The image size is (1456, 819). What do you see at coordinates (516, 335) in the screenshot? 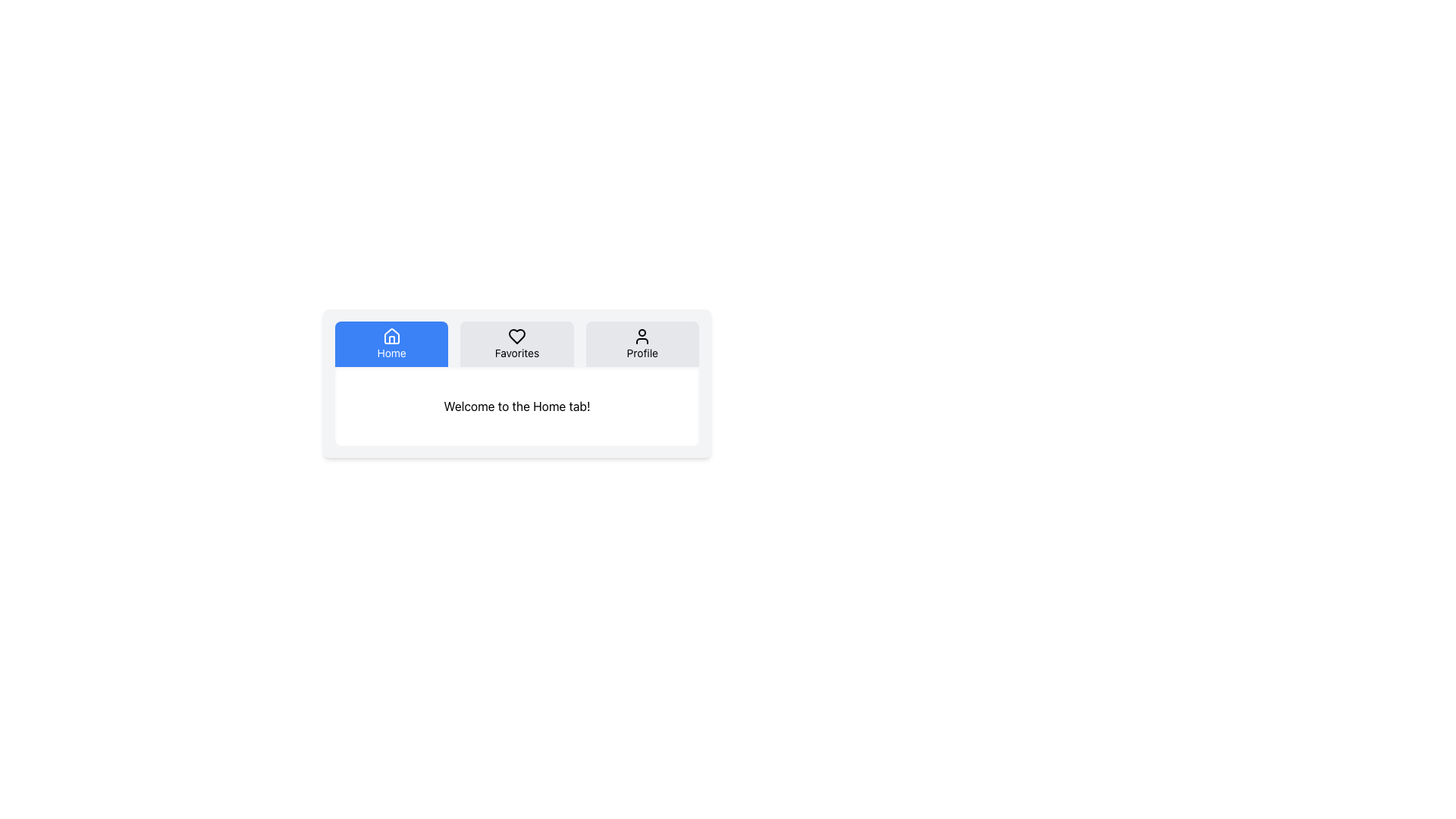
I see `the 'Favorites' icon in the middle of the navigation bar` at bounding box center [516, 335].